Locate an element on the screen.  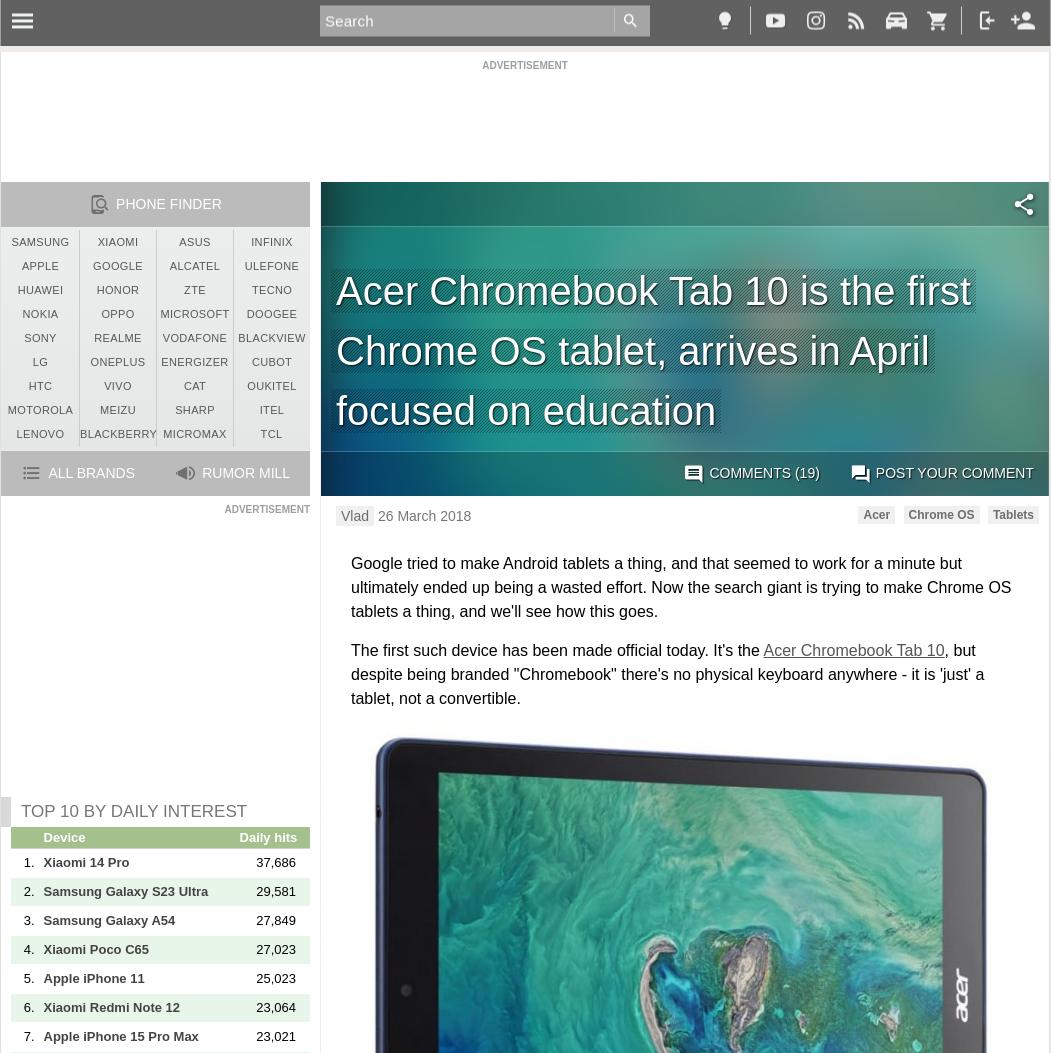
'Oppo' is located at coordinates (101, 314).